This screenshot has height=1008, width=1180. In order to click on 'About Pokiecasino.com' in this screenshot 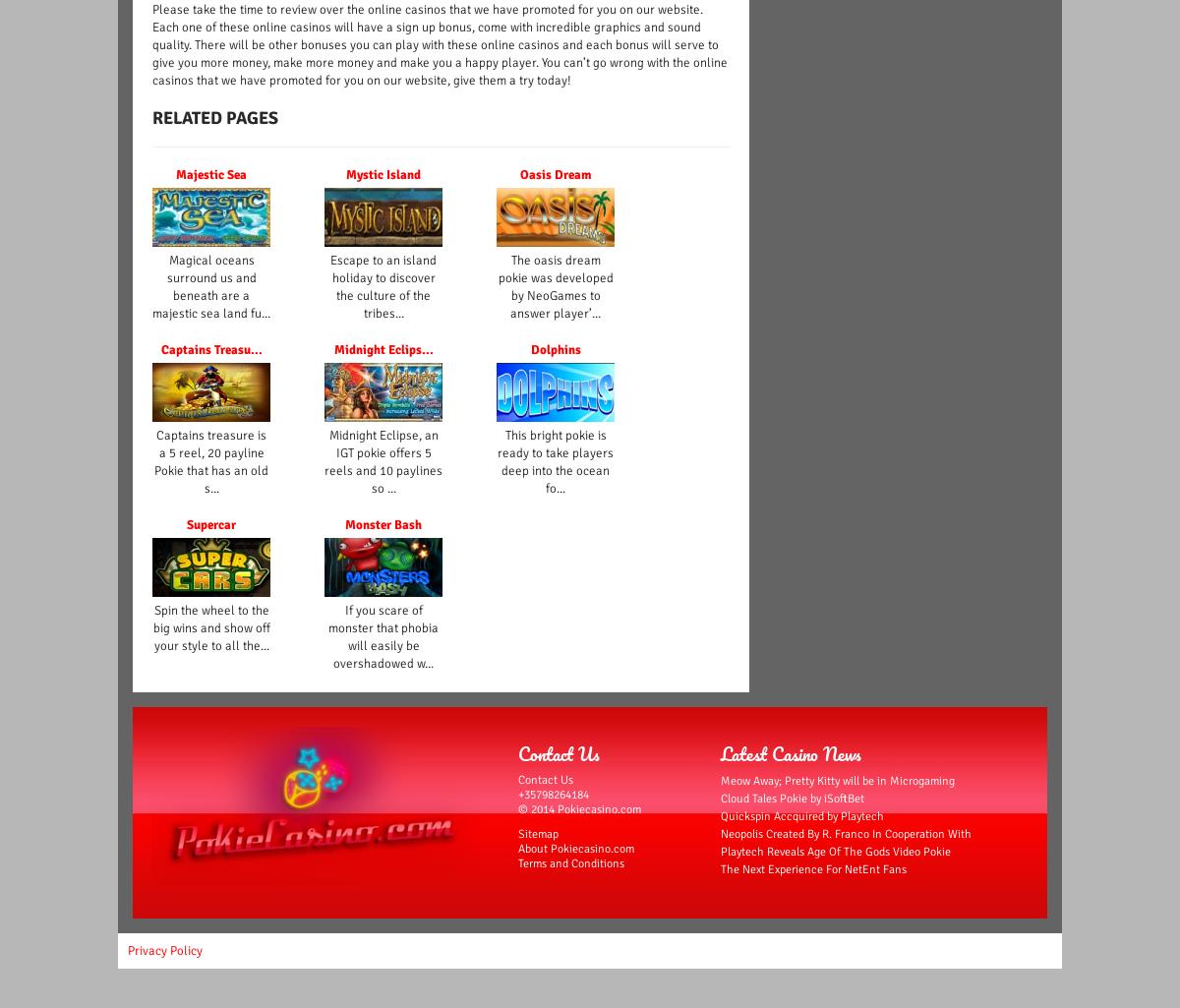, I will do `click(574, 849)`.